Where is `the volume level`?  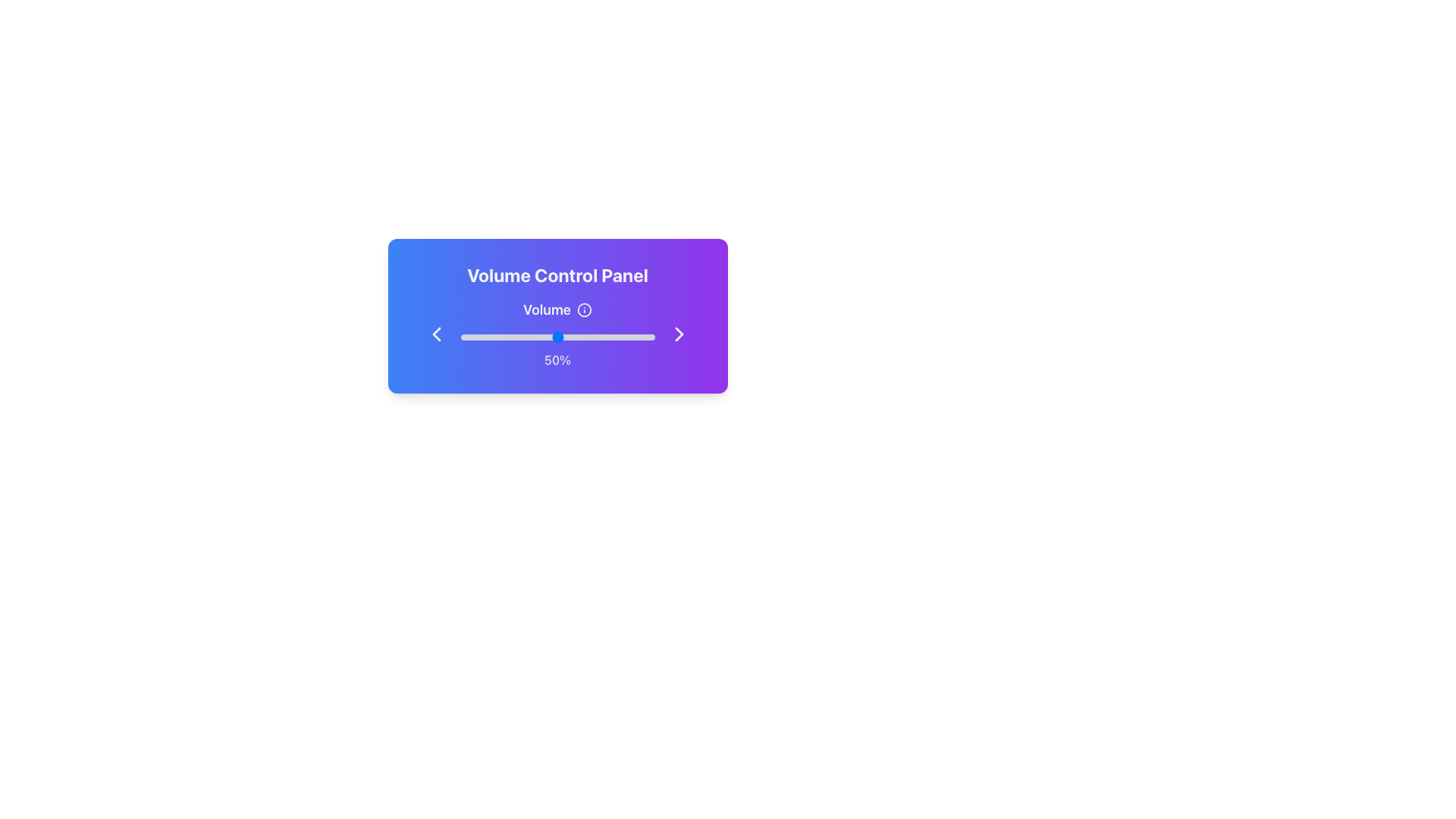
the volume level is located at coordinates (475, 336).